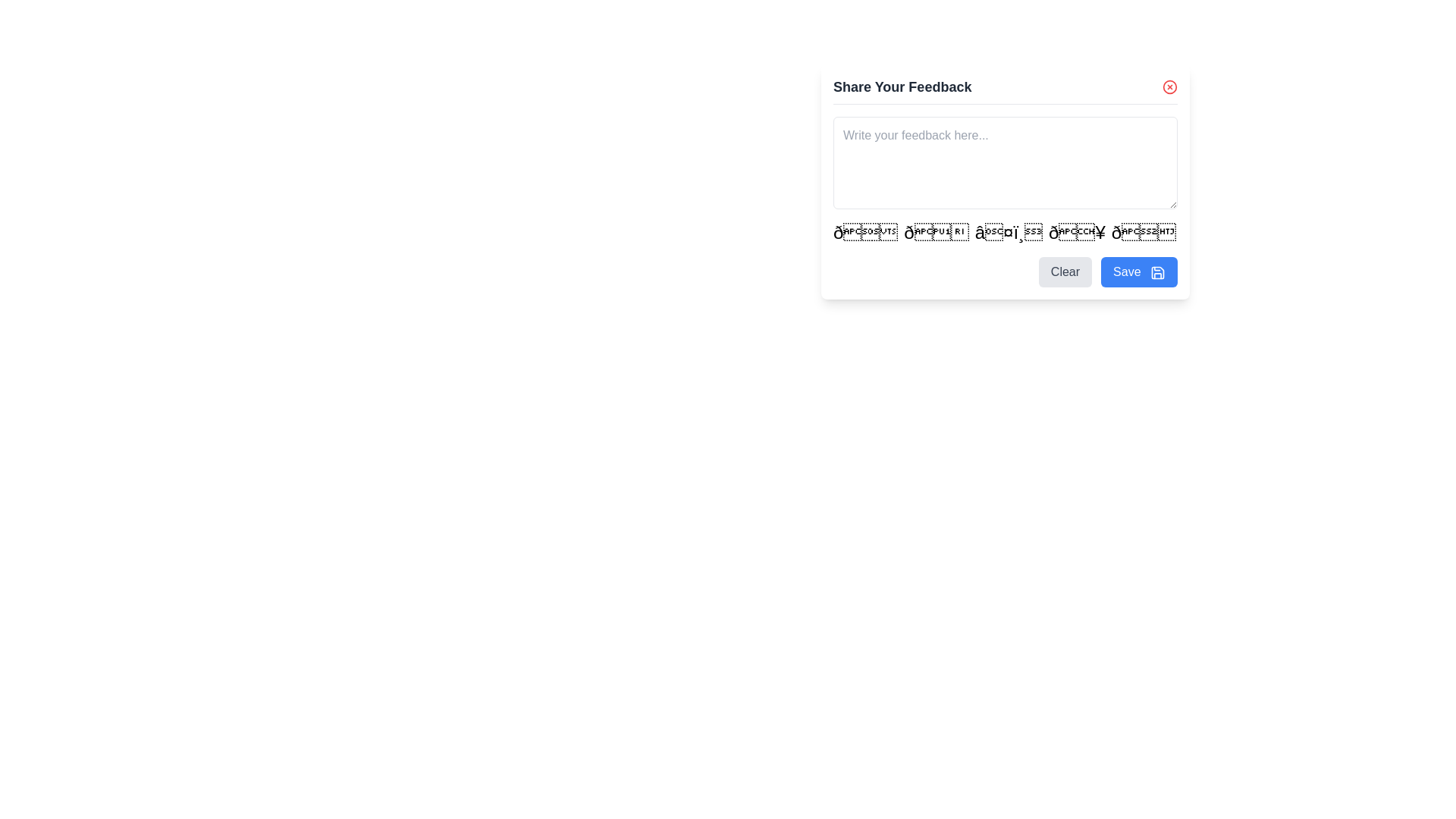 The width and height of the screenshot is (1456, 819). What do you see at coordinates (1156, 271) in the screenshot?
I see `the outer square outline of the save icon, which is part of a decorative vector graphic component in the feedback submission interface` at bounding box center [1156, 271].